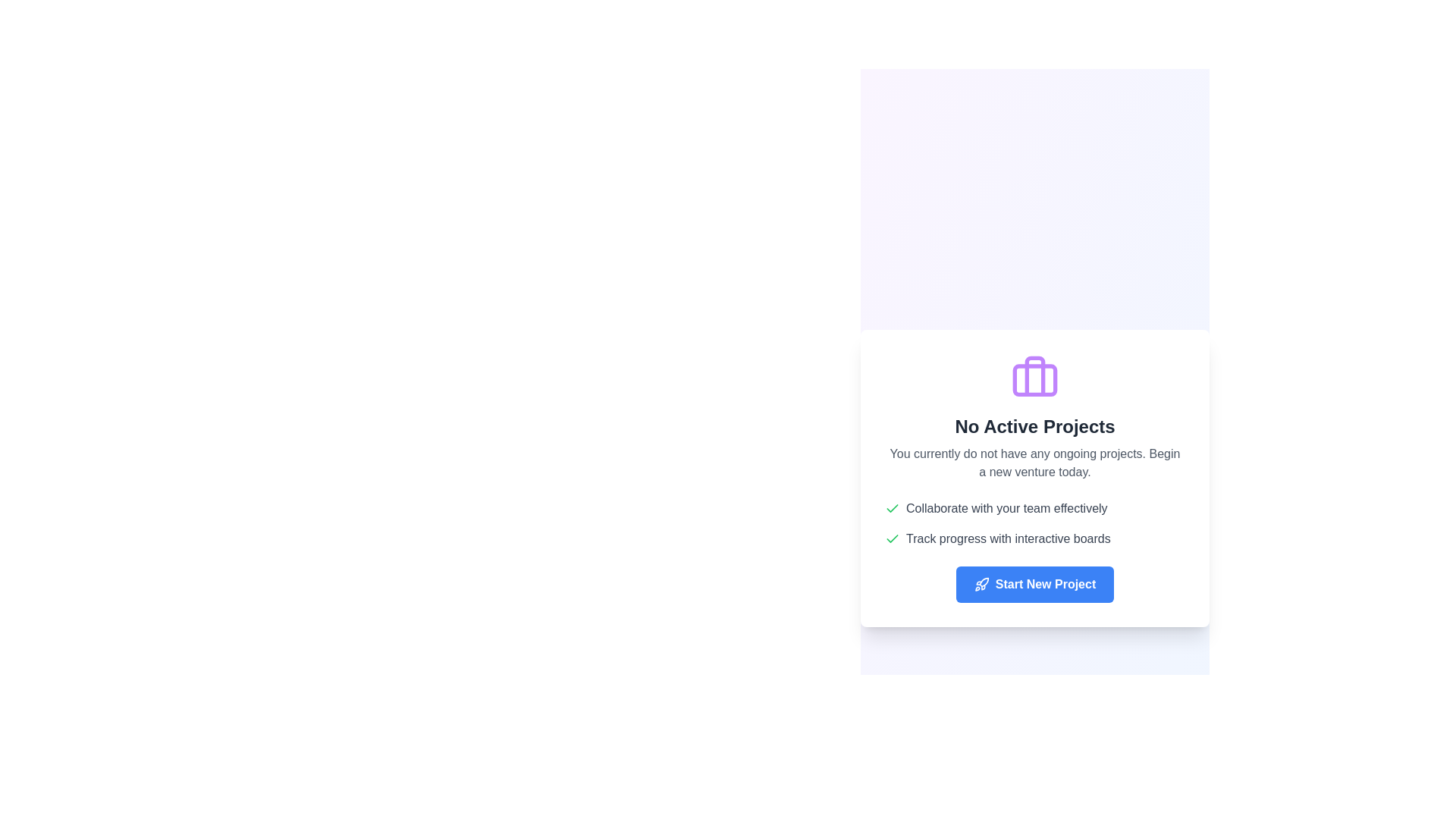 This screenshot has height=819, width=1456. Describe the element at coordinates (892, 508) in the screenshot. I see `the checkmark icon with a green stroke located near the text 'Track progress with interactive boards'` at that location.